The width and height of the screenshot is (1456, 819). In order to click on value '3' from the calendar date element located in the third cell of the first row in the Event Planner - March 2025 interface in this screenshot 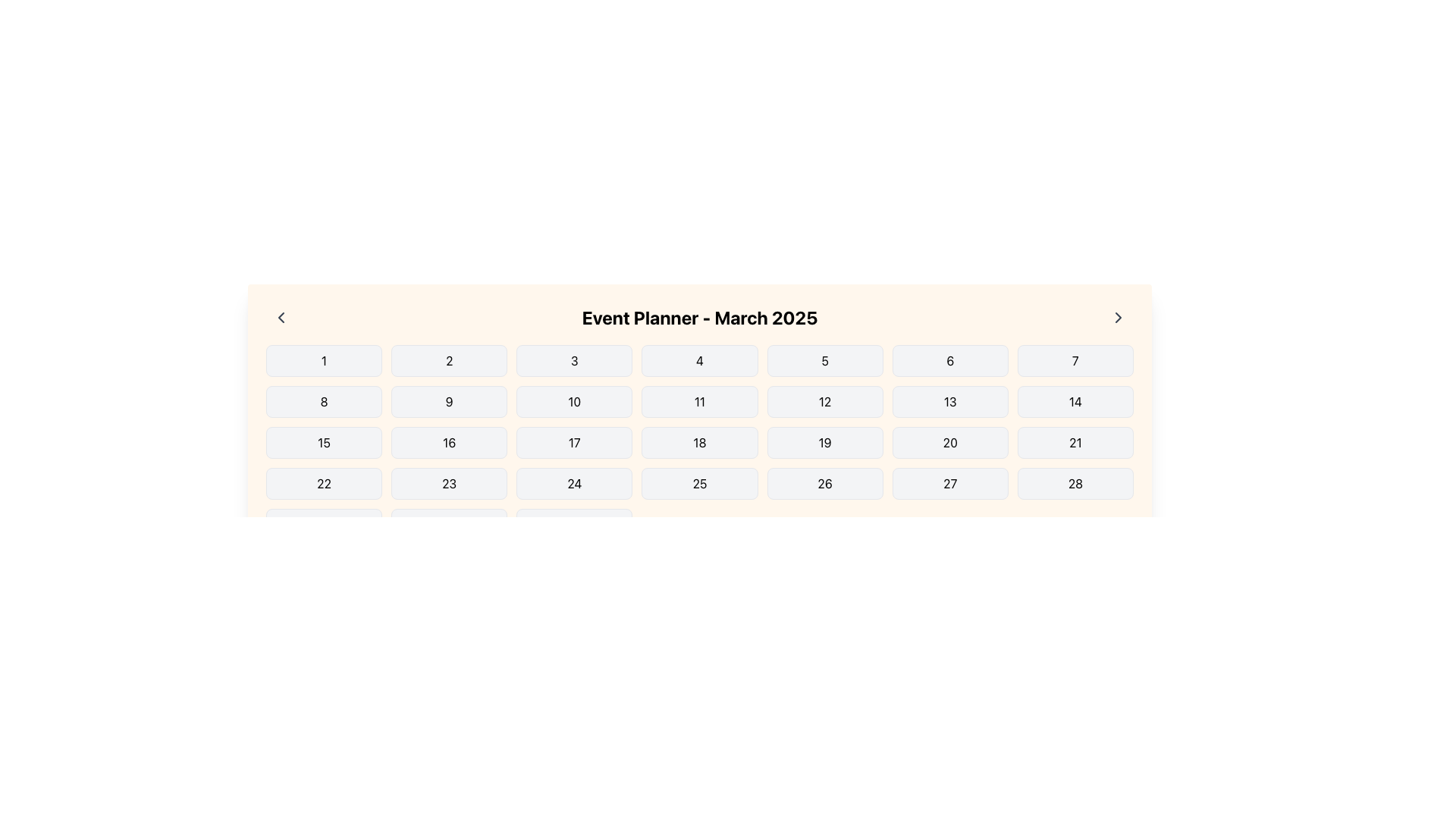, I will do `click(573, 360)`.